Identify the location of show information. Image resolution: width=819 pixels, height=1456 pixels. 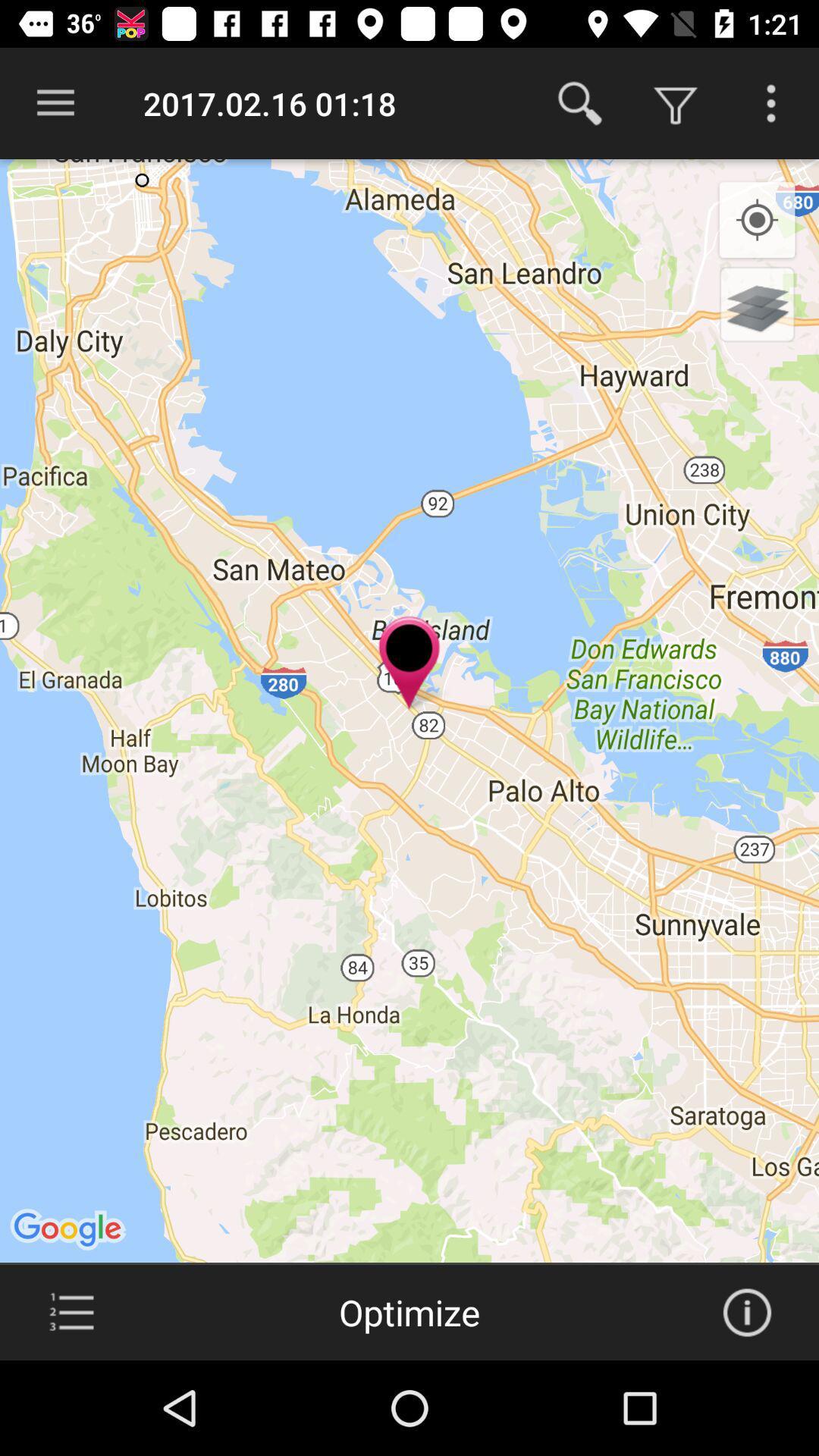
(746, 1312).